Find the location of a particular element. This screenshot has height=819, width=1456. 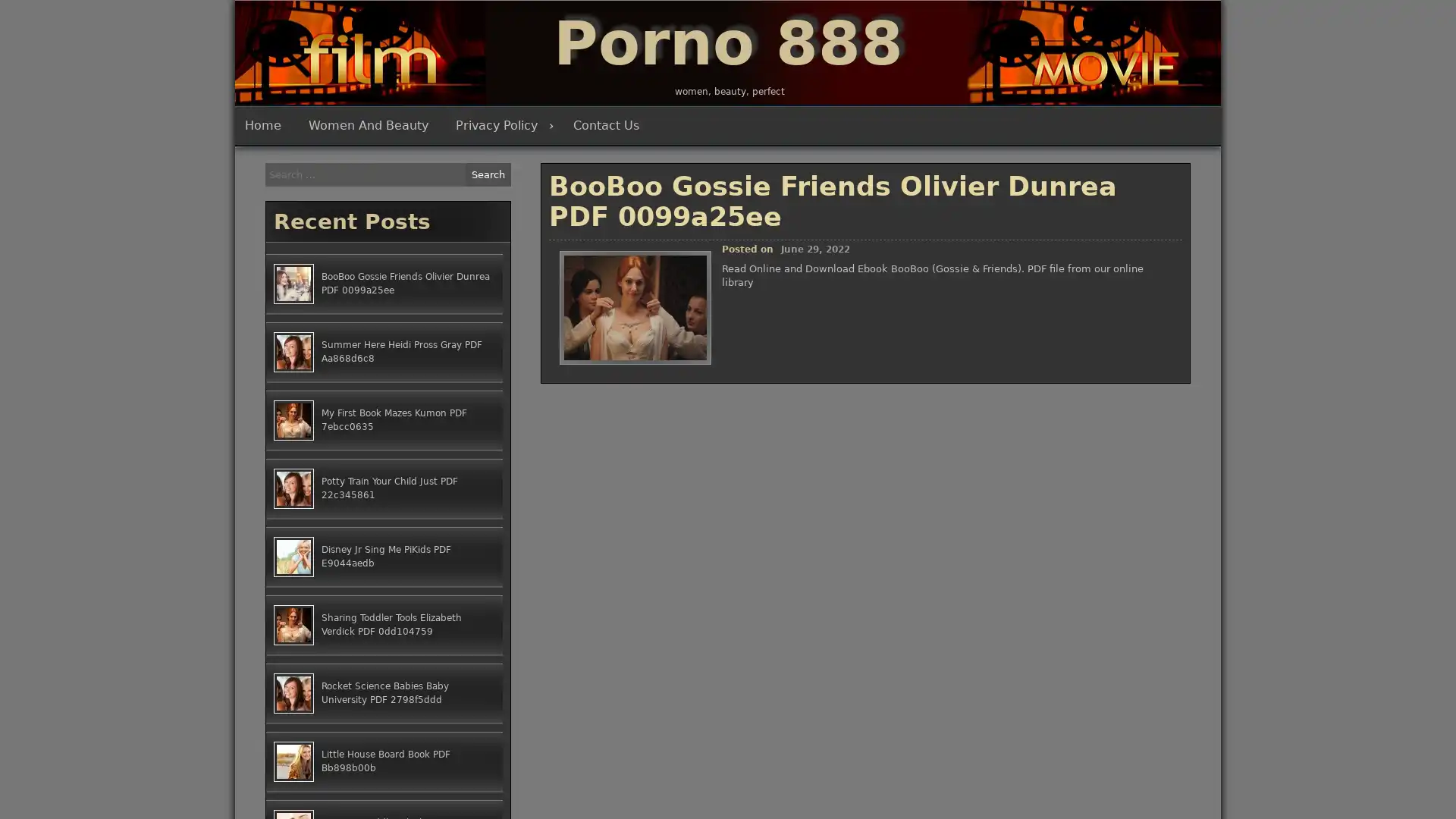

Search is located at coordinates (488, 174).